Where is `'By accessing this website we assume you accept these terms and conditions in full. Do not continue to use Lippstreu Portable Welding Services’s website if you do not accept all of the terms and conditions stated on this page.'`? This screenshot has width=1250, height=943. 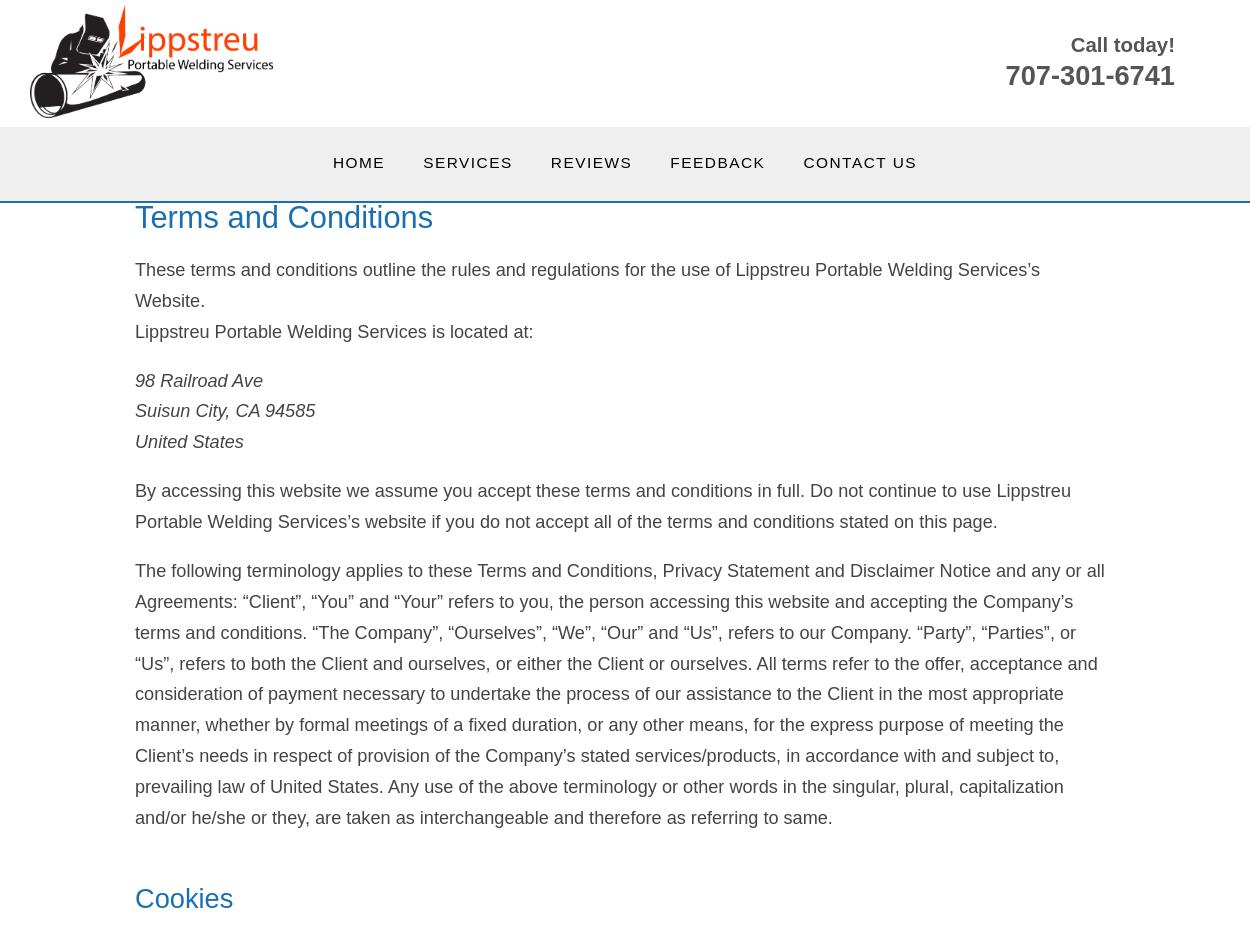
'By accessing this website we assume you accept these terms and conditions in full. Do not continue to use Lippstreu Portable Welding Services’s website if you do not accept all of the terms and conditions stated on this page.' is located at coordinates (601, 505).